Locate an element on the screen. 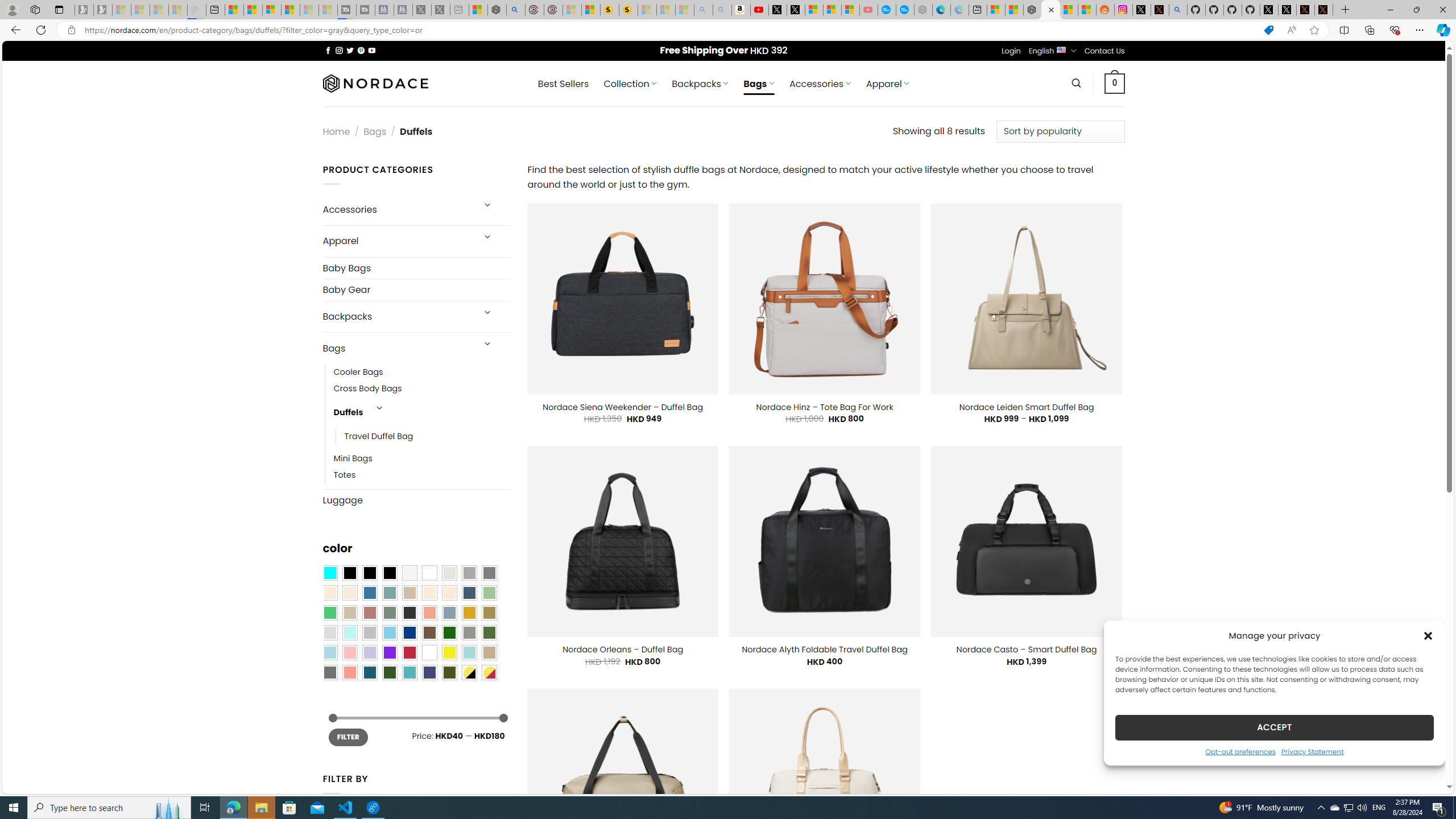 This screenshot has height=819, width=1456. 'Nordace Leiden Smart Duffel Bag' is located at coordinates (1027, 407).